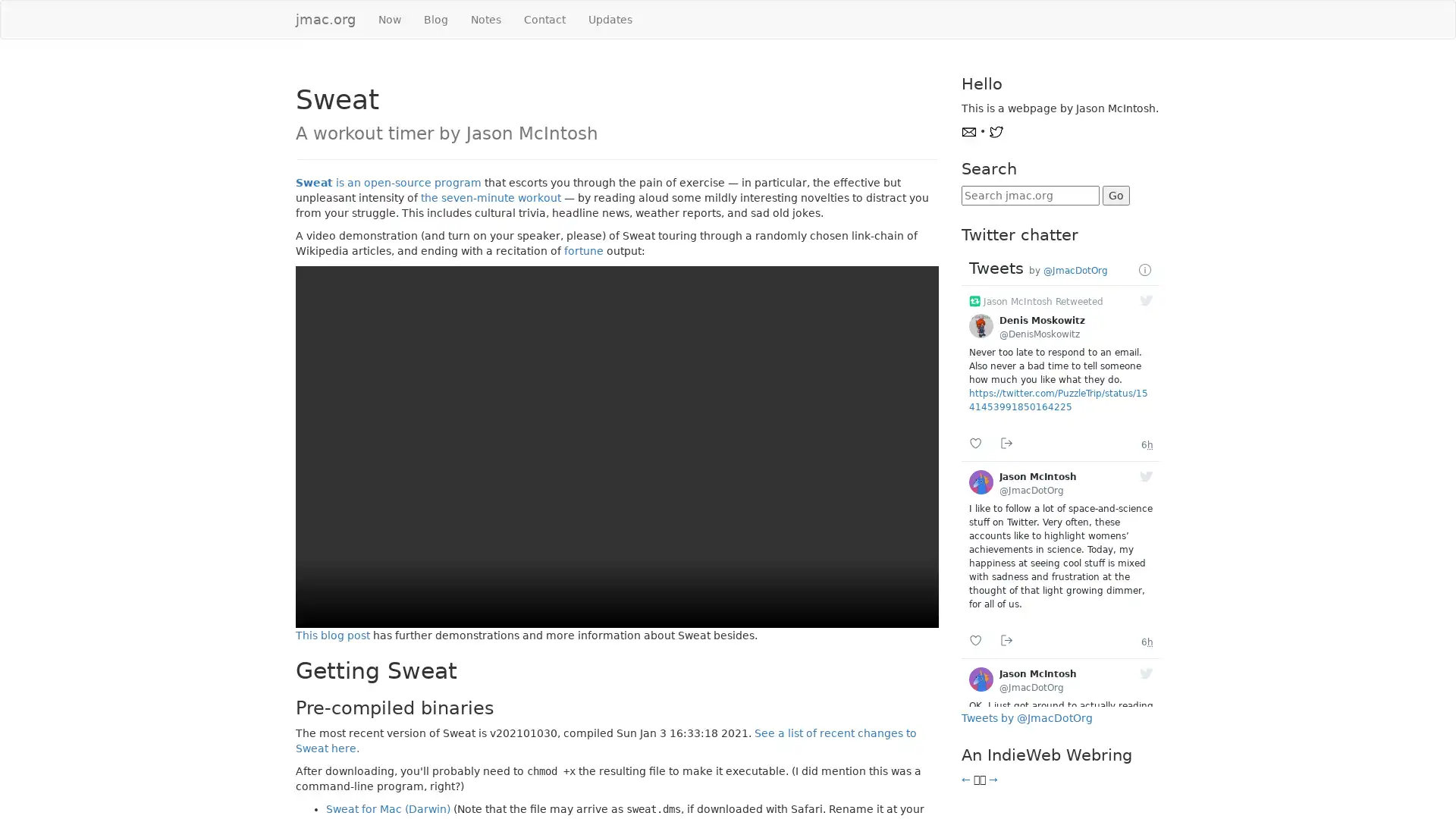  Describe the element at coordinates (1115, 195) in the screenshot. I see `Go` at that location.